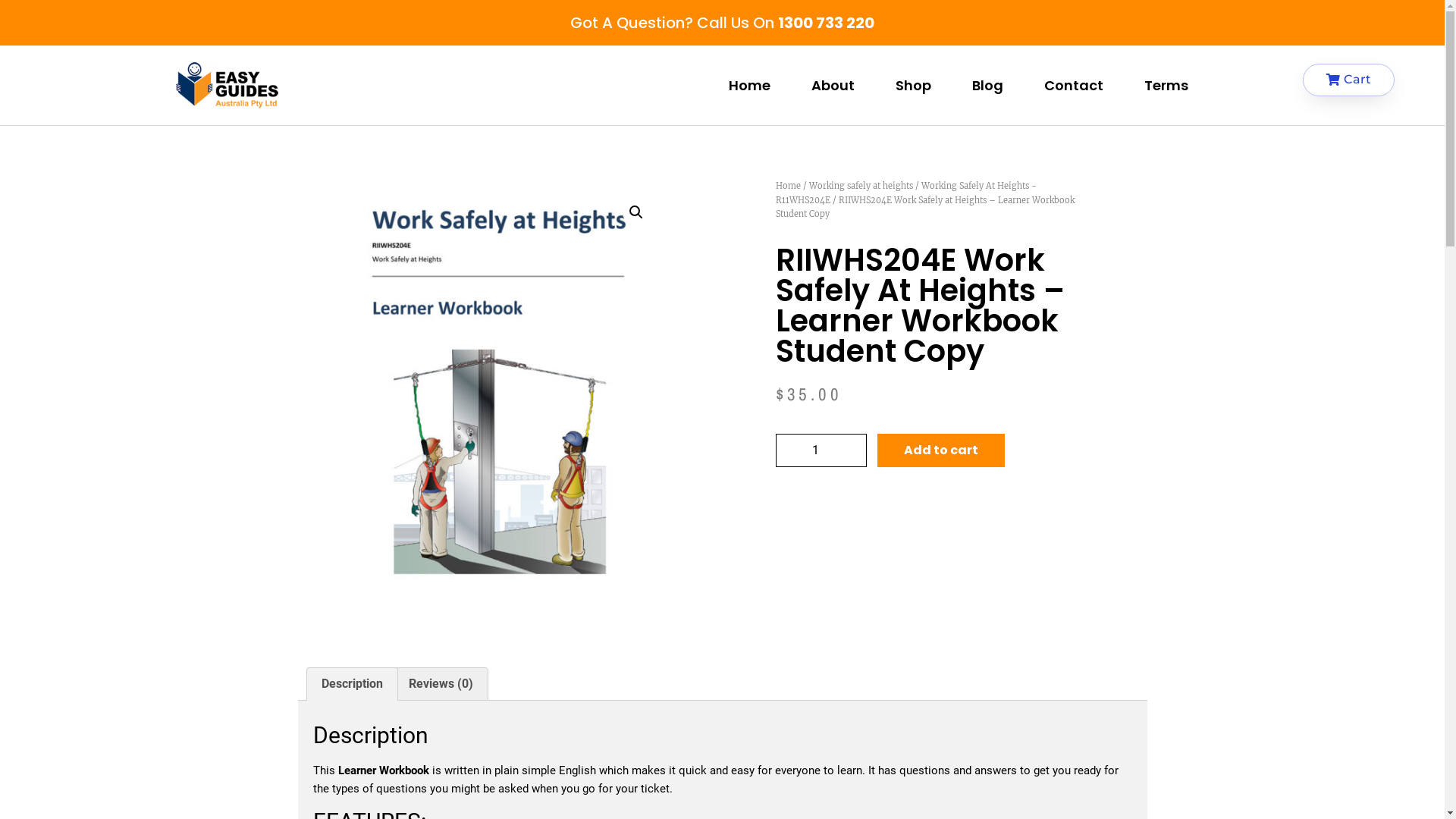 The image size is (1456, 819). Describe the element at coordinates (775, 192) in the screenshot. I see `'Working Safely At Heights - R11WHS204E'` at that location.